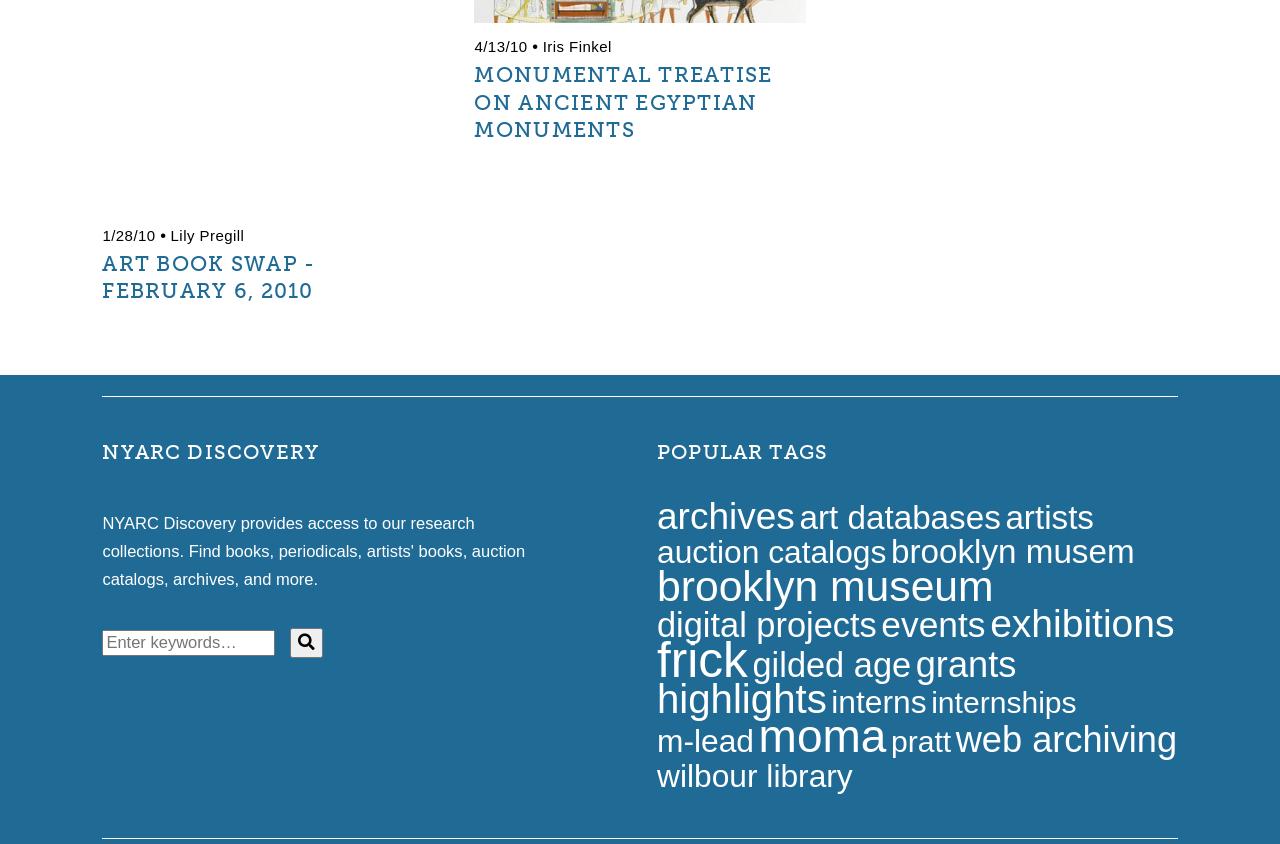 Image resolution: width=1280 pixels, height=844 pixels. I want to click on 'frick', so click(701, 659).